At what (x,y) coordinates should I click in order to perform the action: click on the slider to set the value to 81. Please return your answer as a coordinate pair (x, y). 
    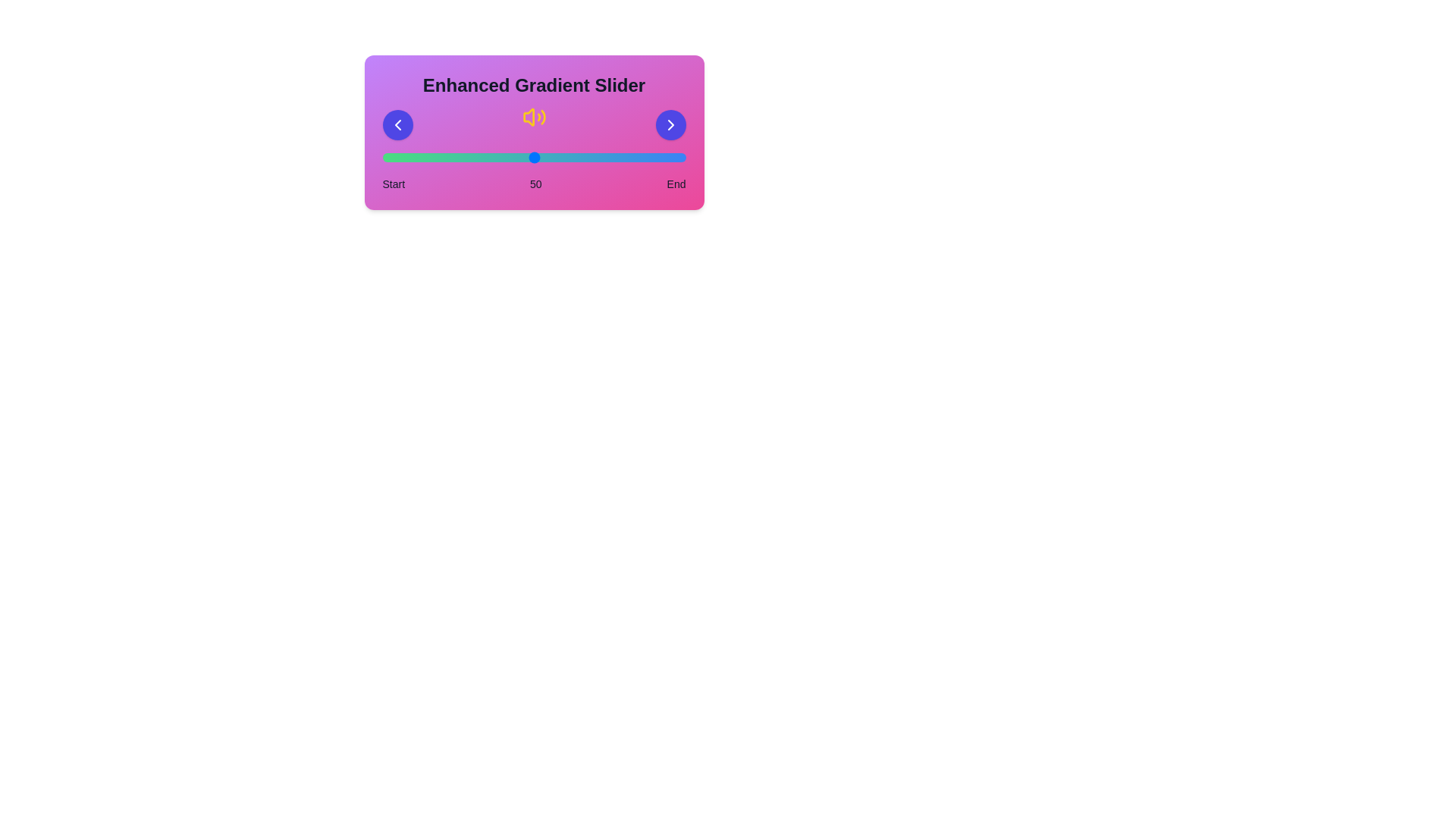
    Looking at the image, I should click on (628, 158).